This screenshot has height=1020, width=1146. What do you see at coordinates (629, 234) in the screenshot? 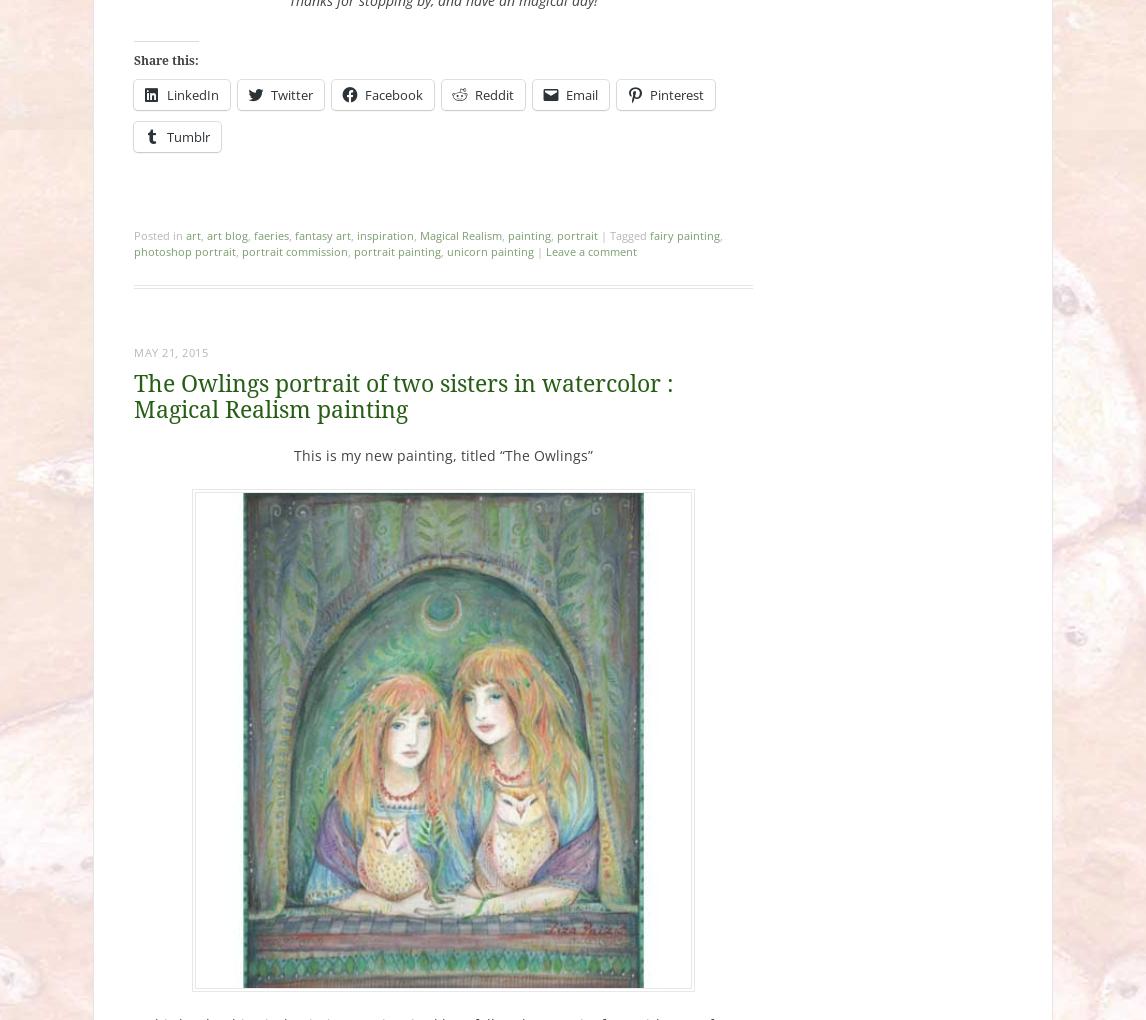
I see `'Tagged'` at bounding box center [629, 234].